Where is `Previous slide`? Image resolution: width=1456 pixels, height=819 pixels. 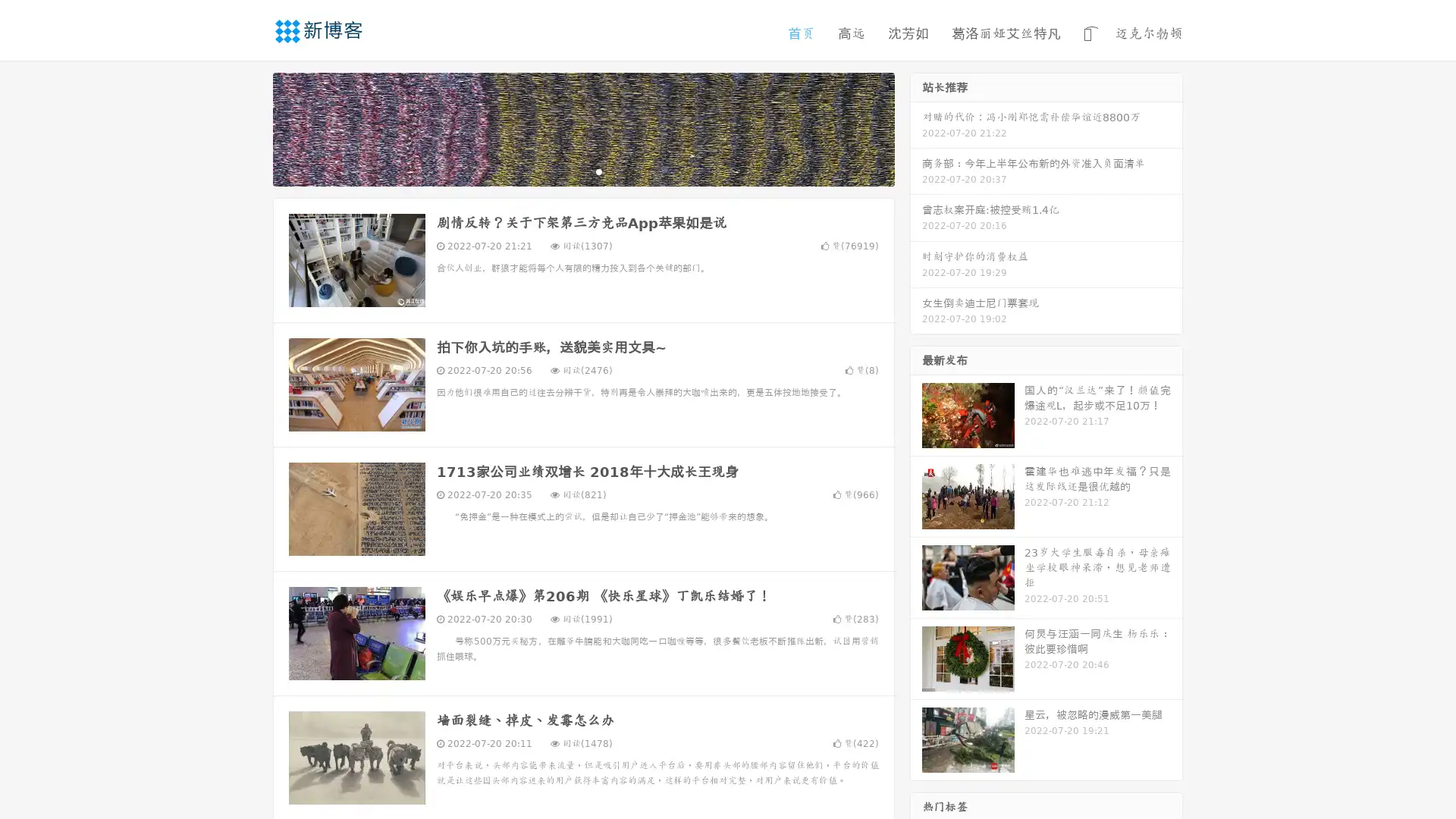 Previous slide is located at coordinates (250, 127).